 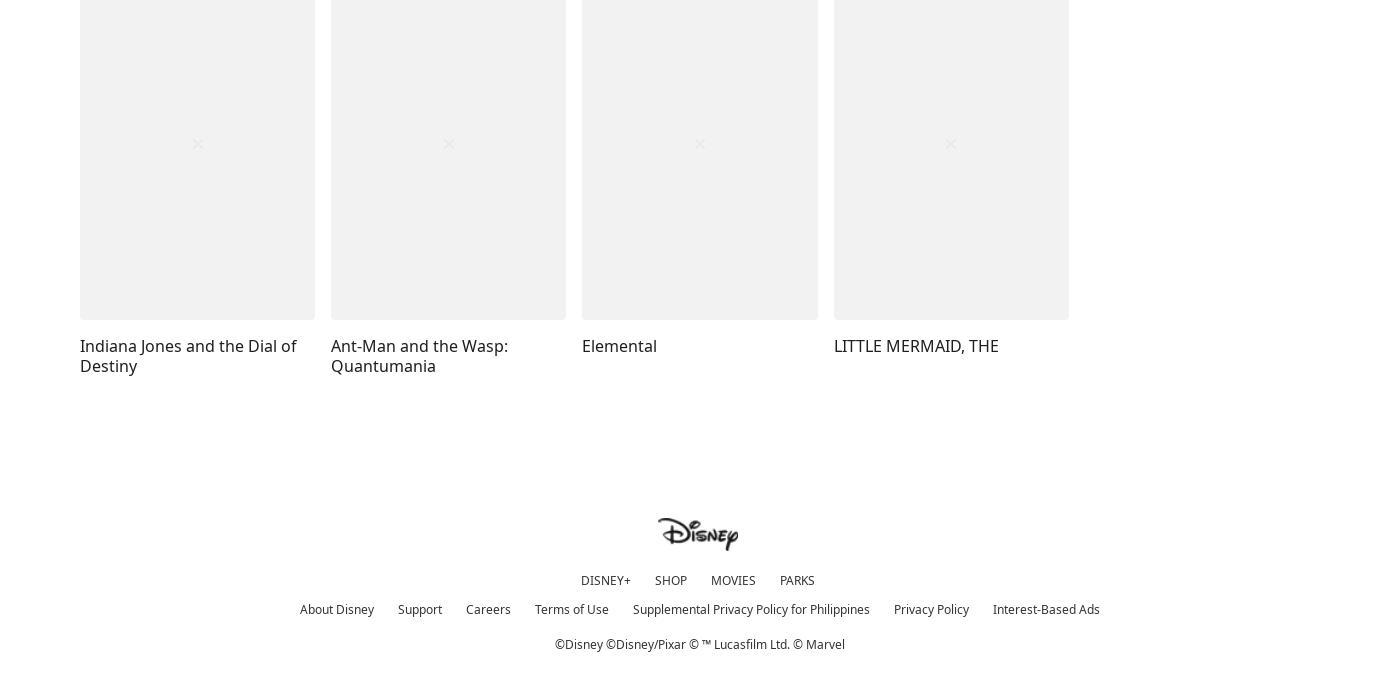 I want to click on 'Elemental', so click(x=619, y=344).